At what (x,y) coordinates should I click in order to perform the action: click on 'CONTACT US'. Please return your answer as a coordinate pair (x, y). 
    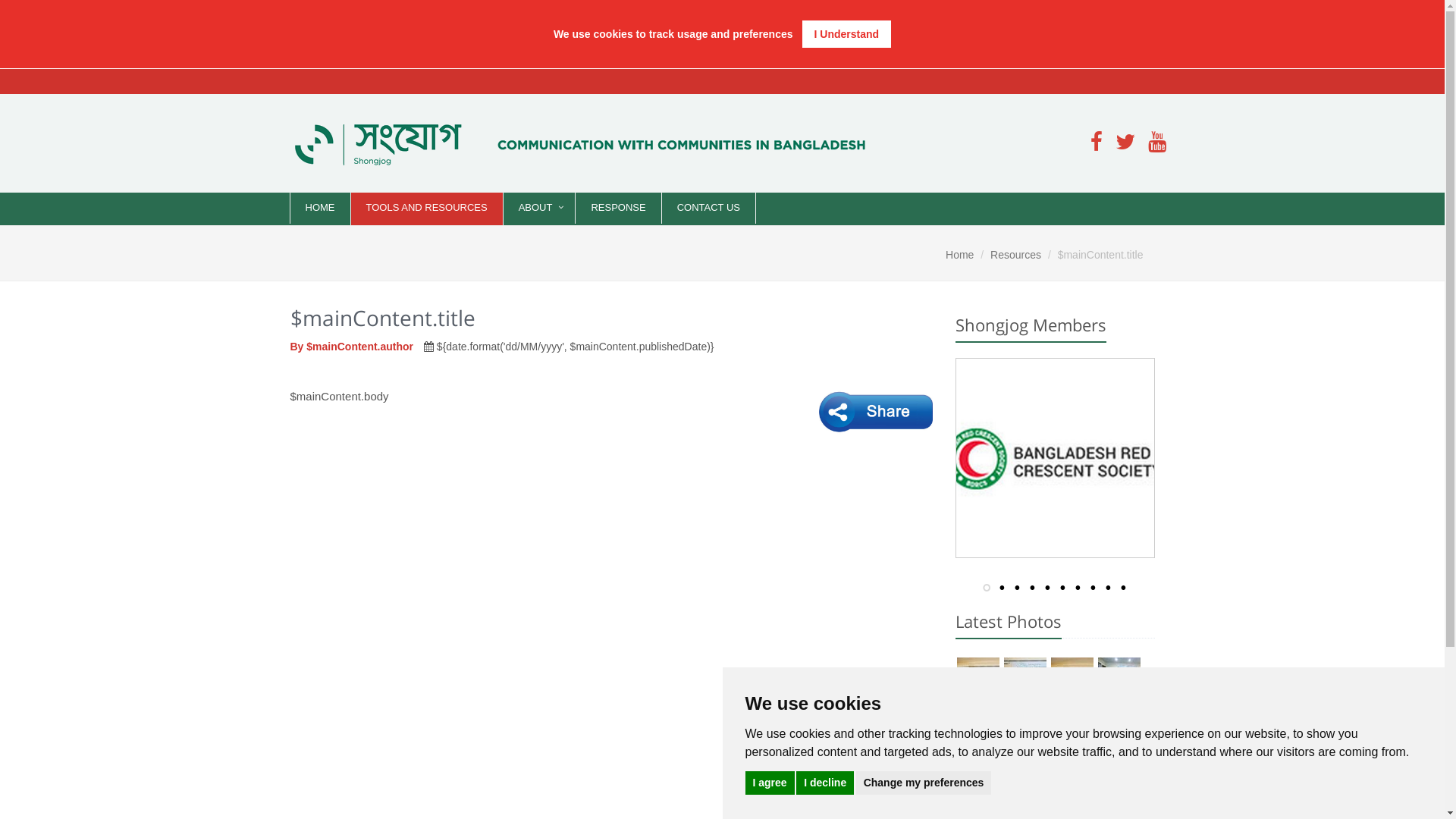
    Looking at the image, I should click on (708, 207).